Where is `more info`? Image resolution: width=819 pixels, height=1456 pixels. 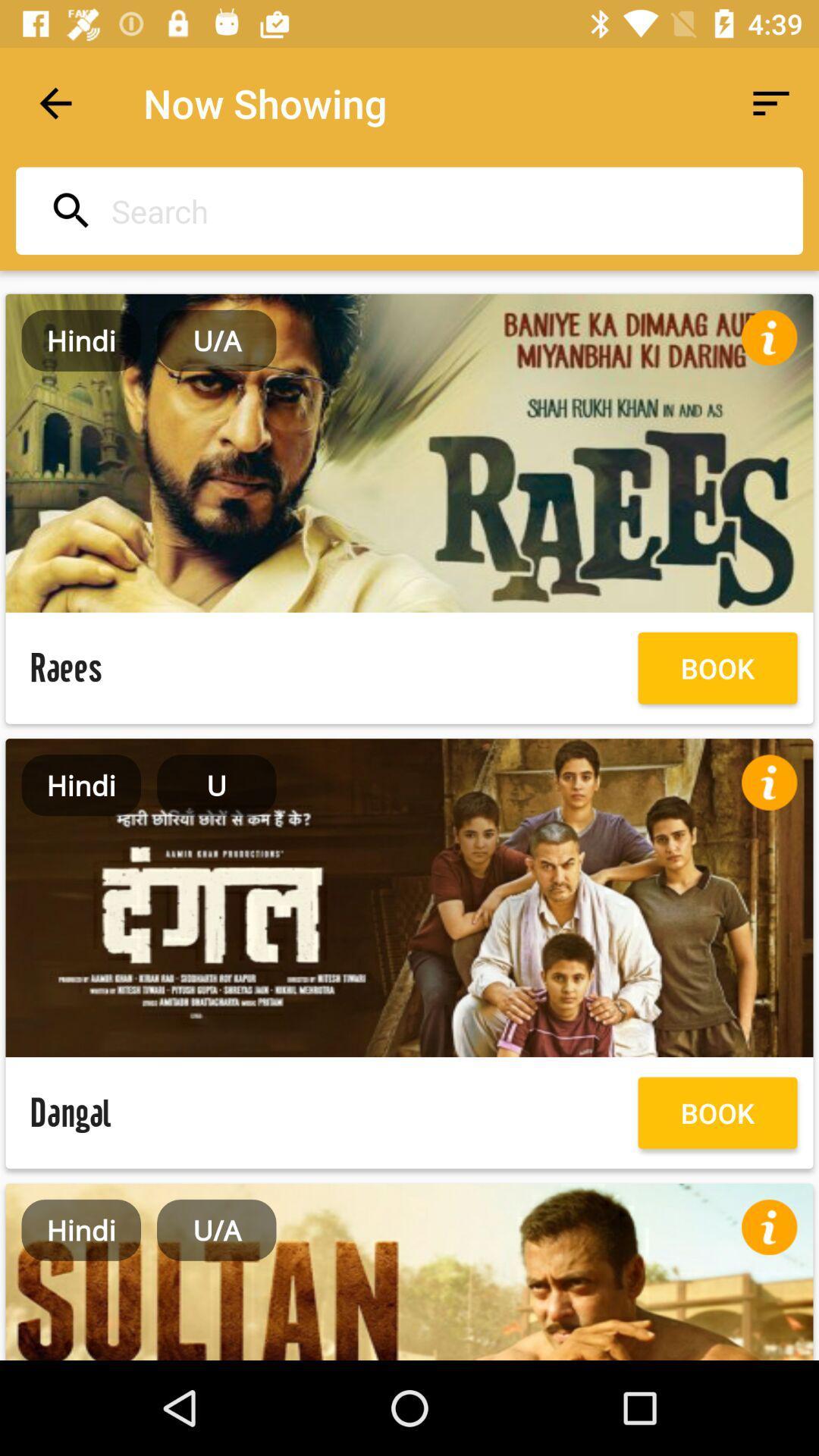 more info is located at coordinates (769, 1227).